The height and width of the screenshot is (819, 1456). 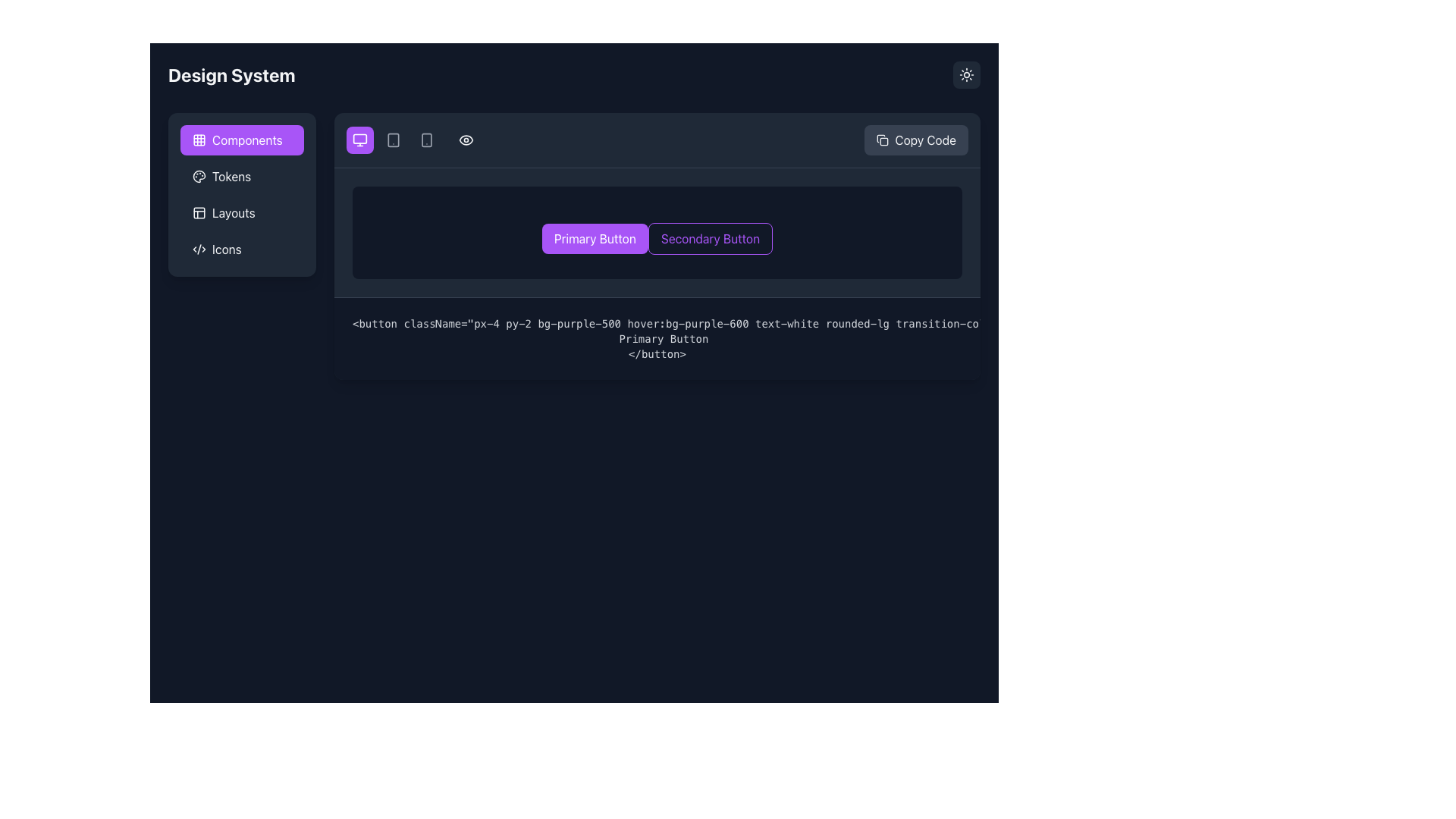 I want to click on the 'Secondary Button' located to the right of the 'Primary Button' under the 'Copy Code' header, so click(x=657, y=233).